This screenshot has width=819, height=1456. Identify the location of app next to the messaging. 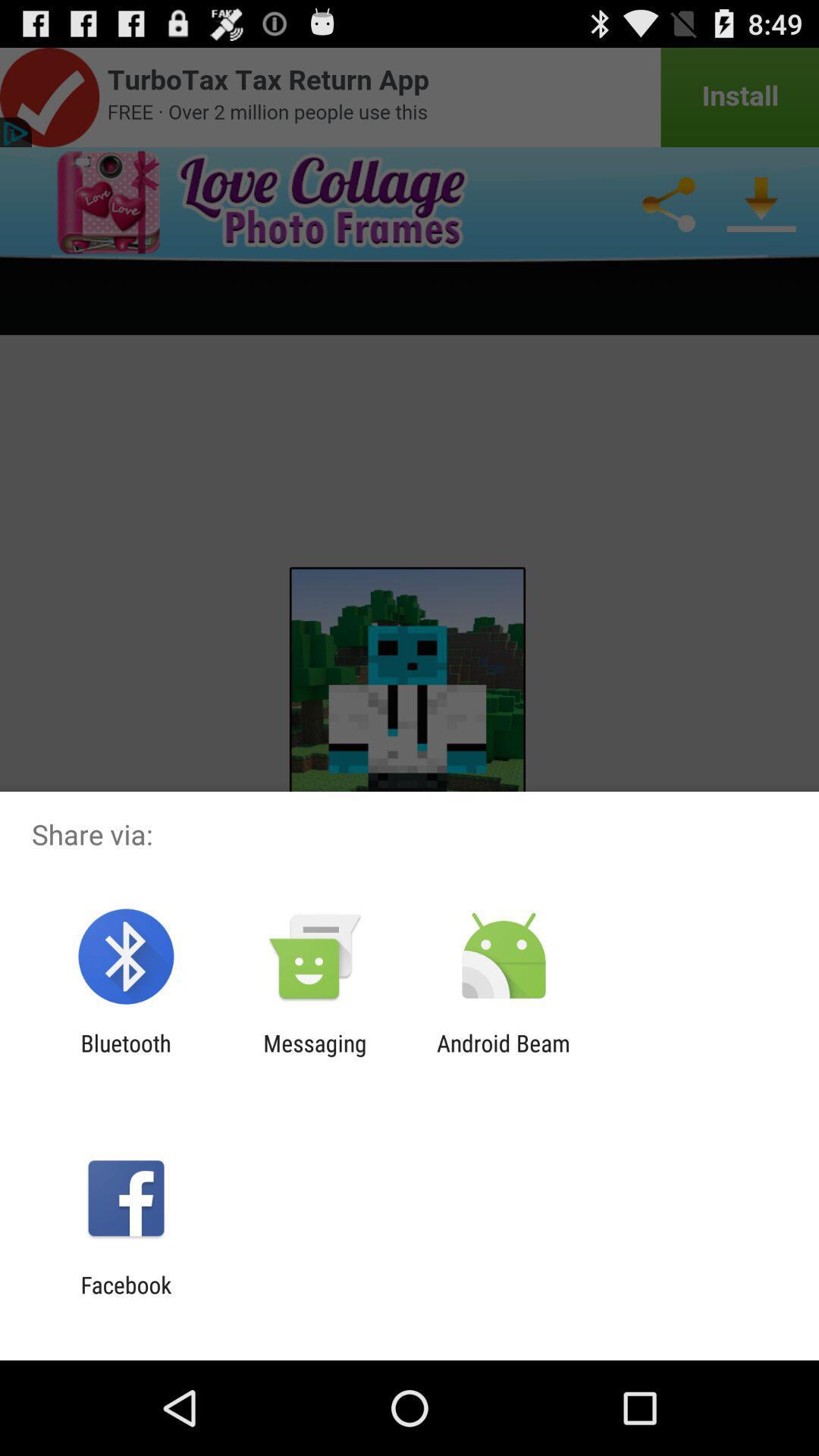
(125, 1056).